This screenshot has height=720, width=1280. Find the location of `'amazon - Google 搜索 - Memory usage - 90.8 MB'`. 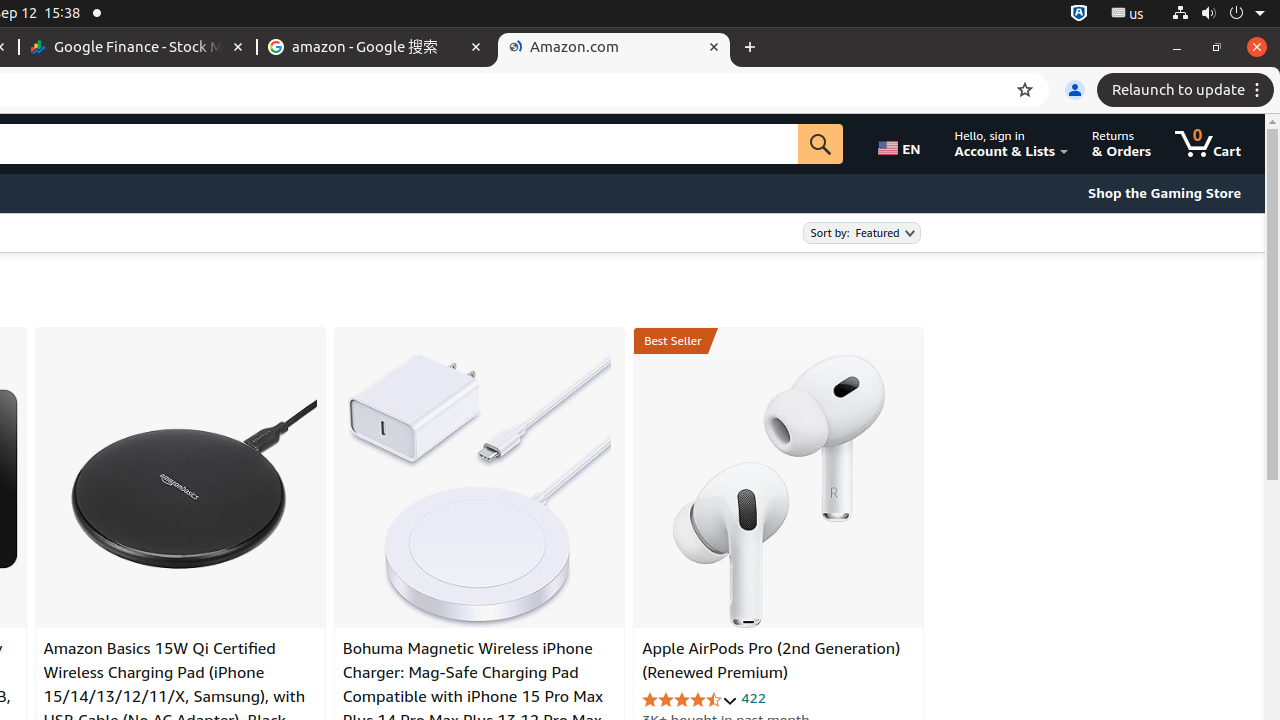

'amazon - Google 搜索 - Memory usage - 90.8 MB' is located at coordinates (376, 46).